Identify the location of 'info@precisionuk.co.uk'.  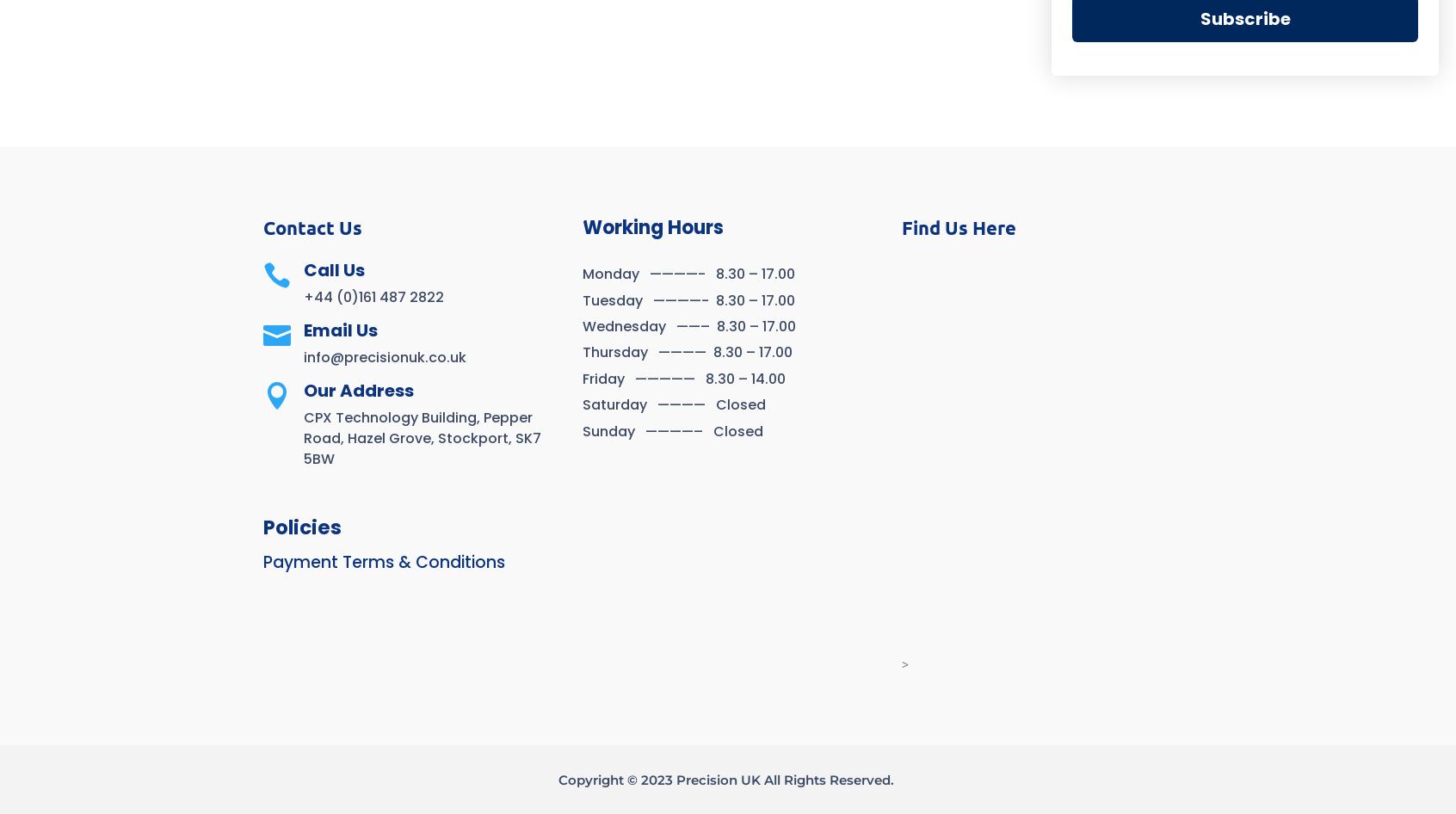
(384, 356).